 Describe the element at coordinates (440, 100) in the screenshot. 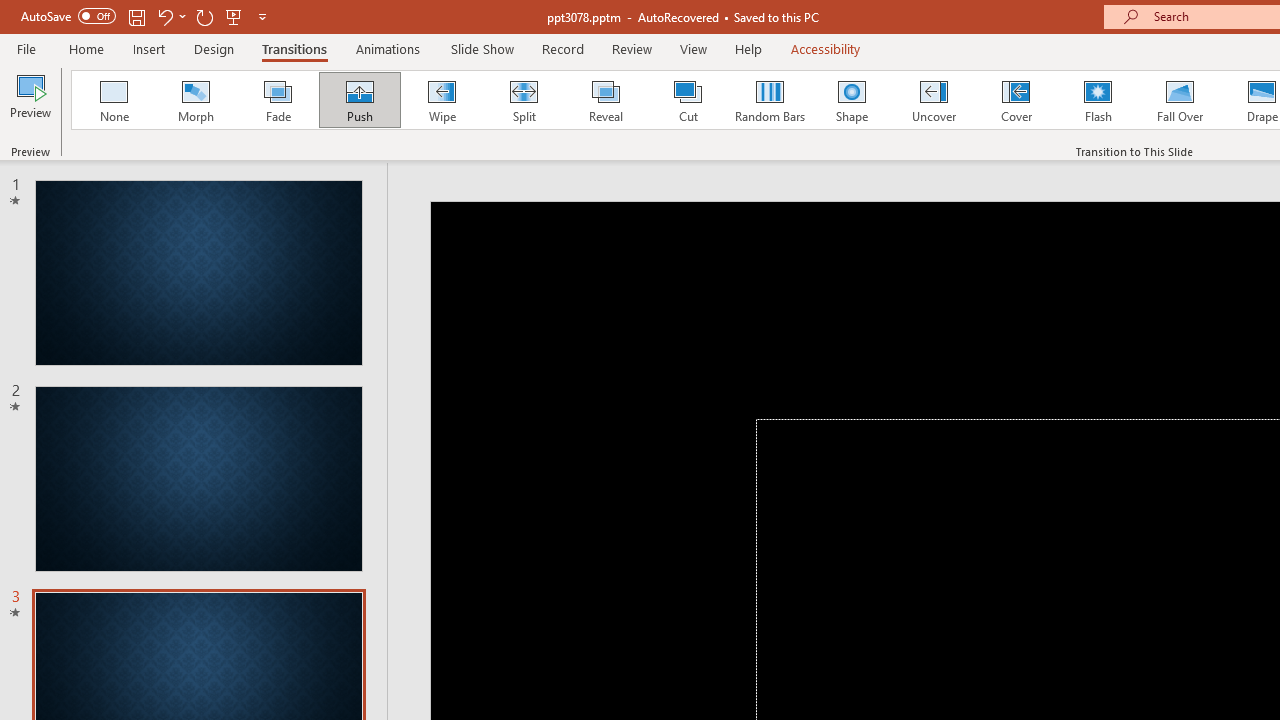

I see `'Wipe'` at that location.